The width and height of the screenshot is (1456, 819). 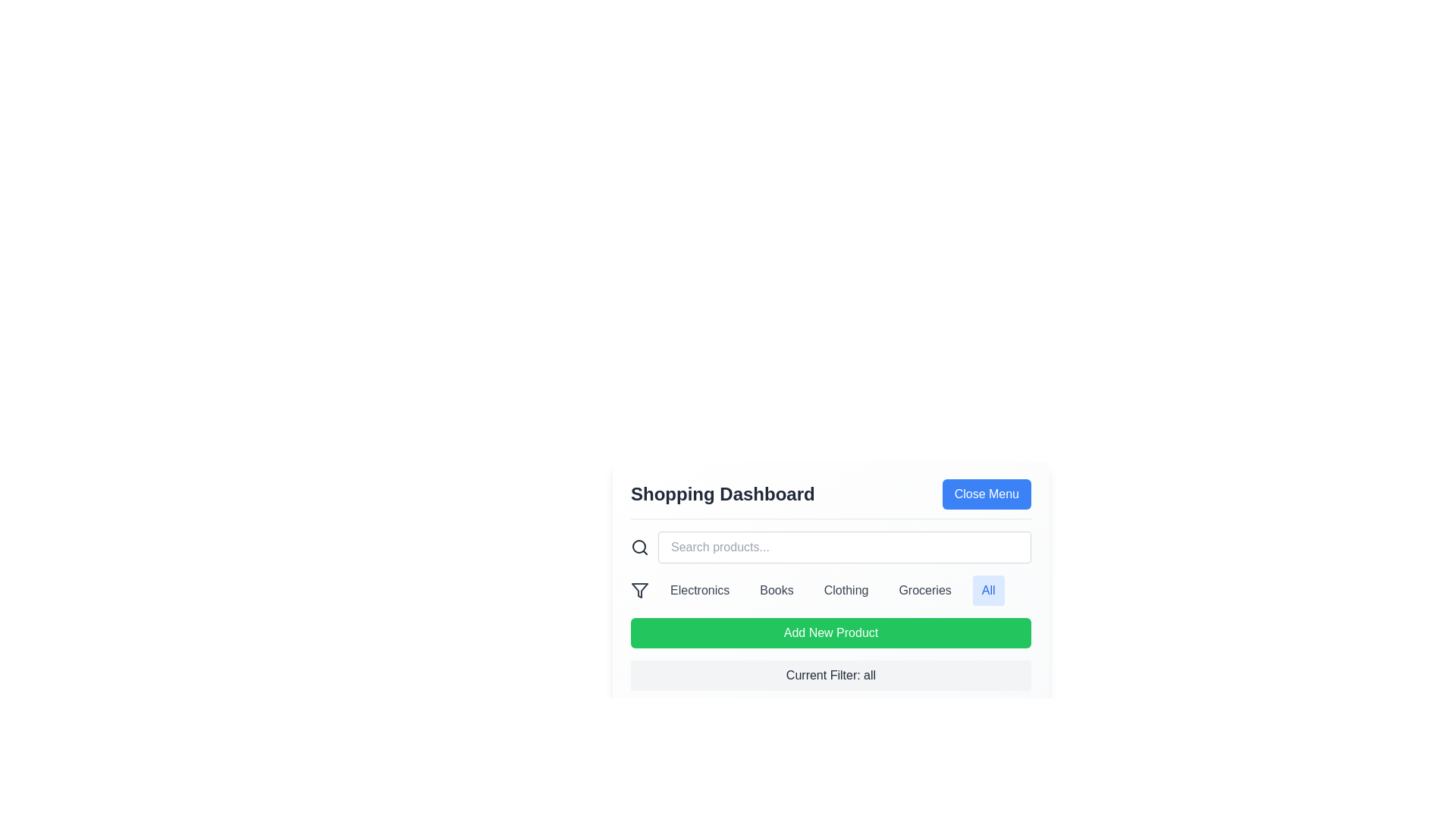 I want to click on the funnel-shaped filter icon located in the navigation options of the dashboard interface, so click(x=640, y=590).